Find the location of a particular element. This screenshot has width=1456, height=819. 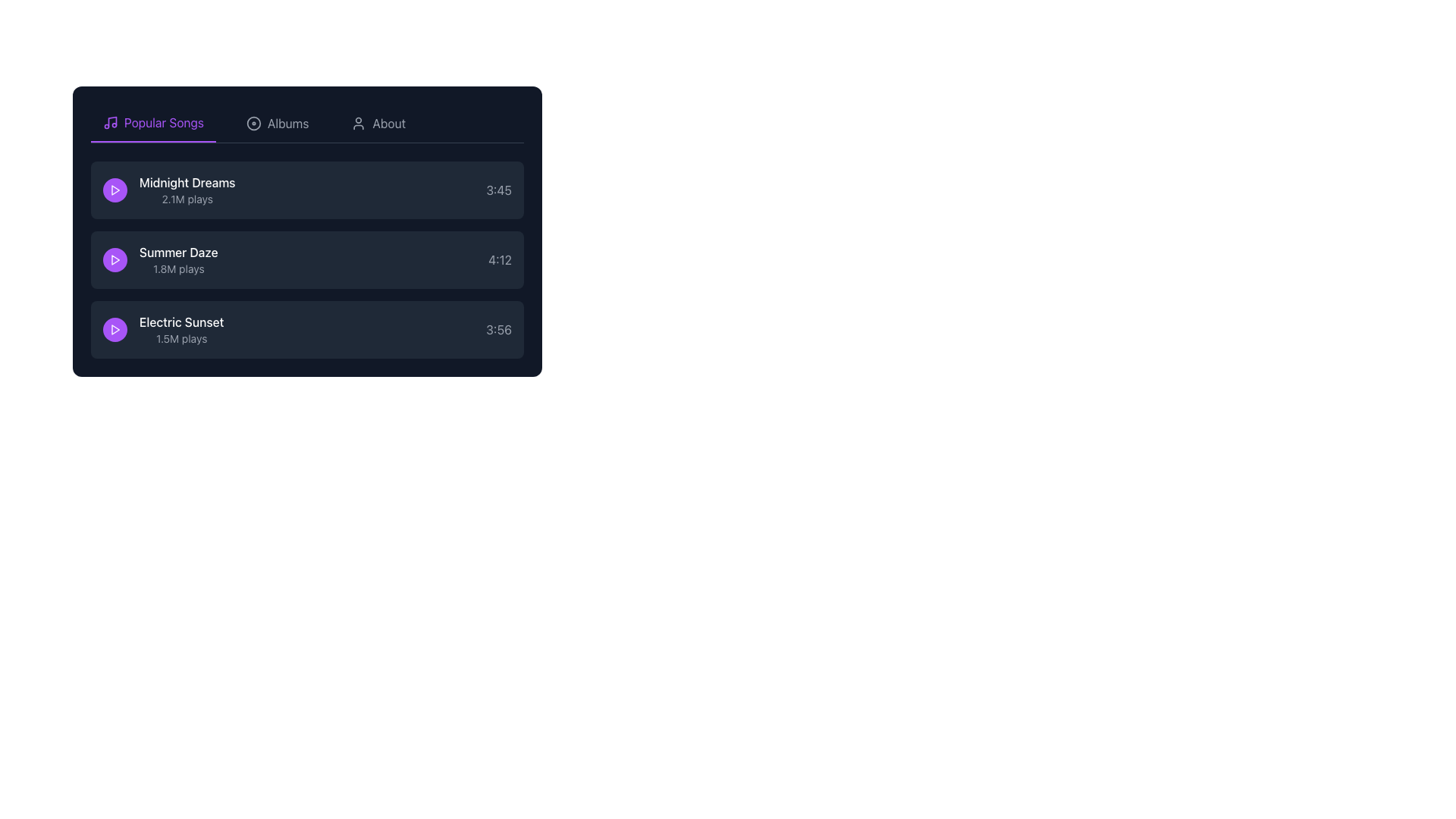

the multimedia play icon located in the first row under 'Midnight Dreams' to initiate playback is located at coordinates (115, 189).